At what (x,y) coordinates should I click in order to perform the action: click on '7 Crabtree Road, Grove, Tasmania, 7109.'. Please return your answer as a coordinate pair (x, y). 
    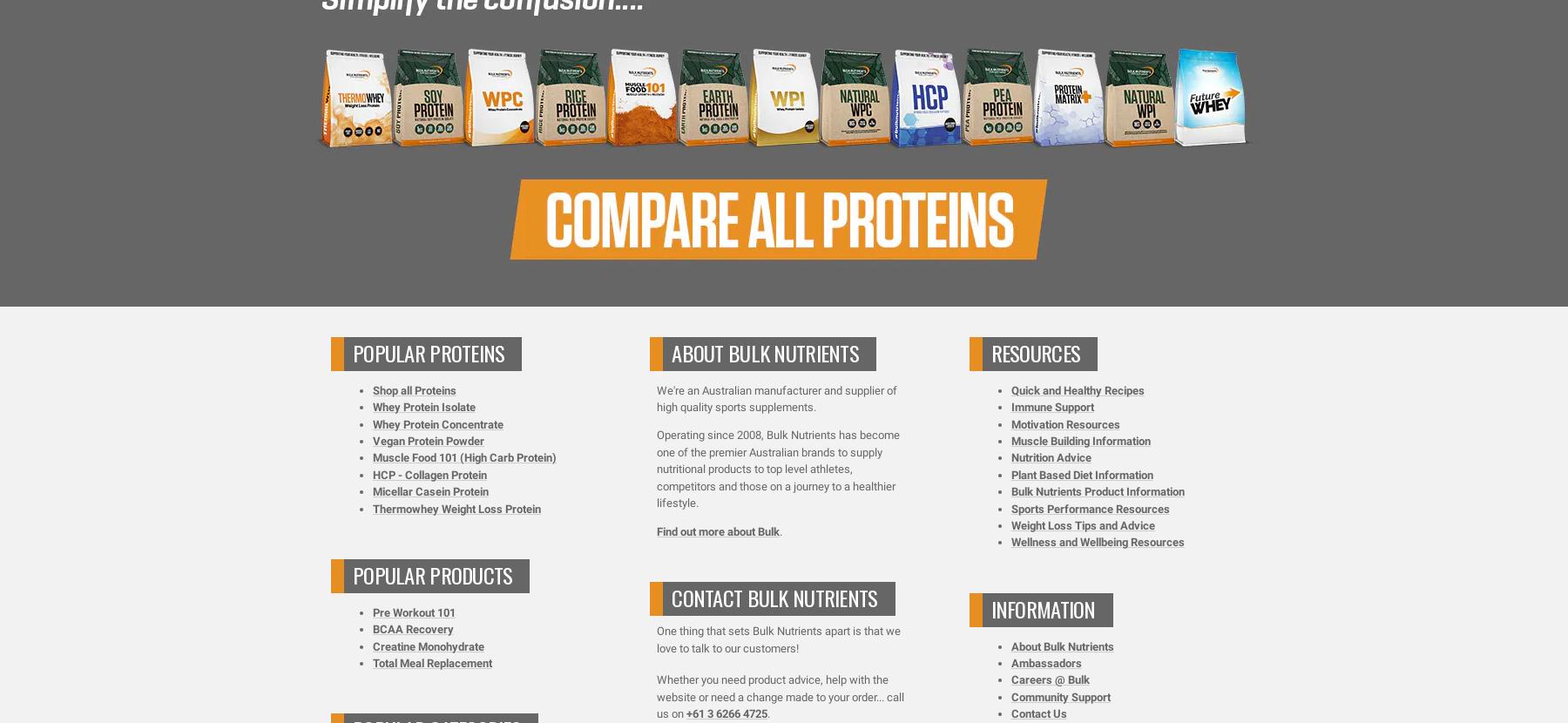
    Looking at the image, I should click on (784, 208).